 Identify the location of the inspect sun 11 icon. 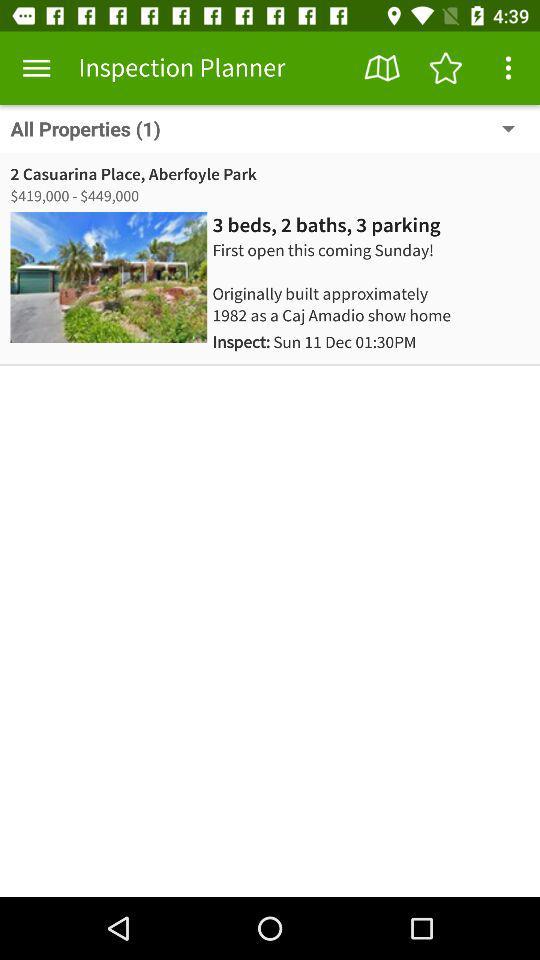
(314, 342).